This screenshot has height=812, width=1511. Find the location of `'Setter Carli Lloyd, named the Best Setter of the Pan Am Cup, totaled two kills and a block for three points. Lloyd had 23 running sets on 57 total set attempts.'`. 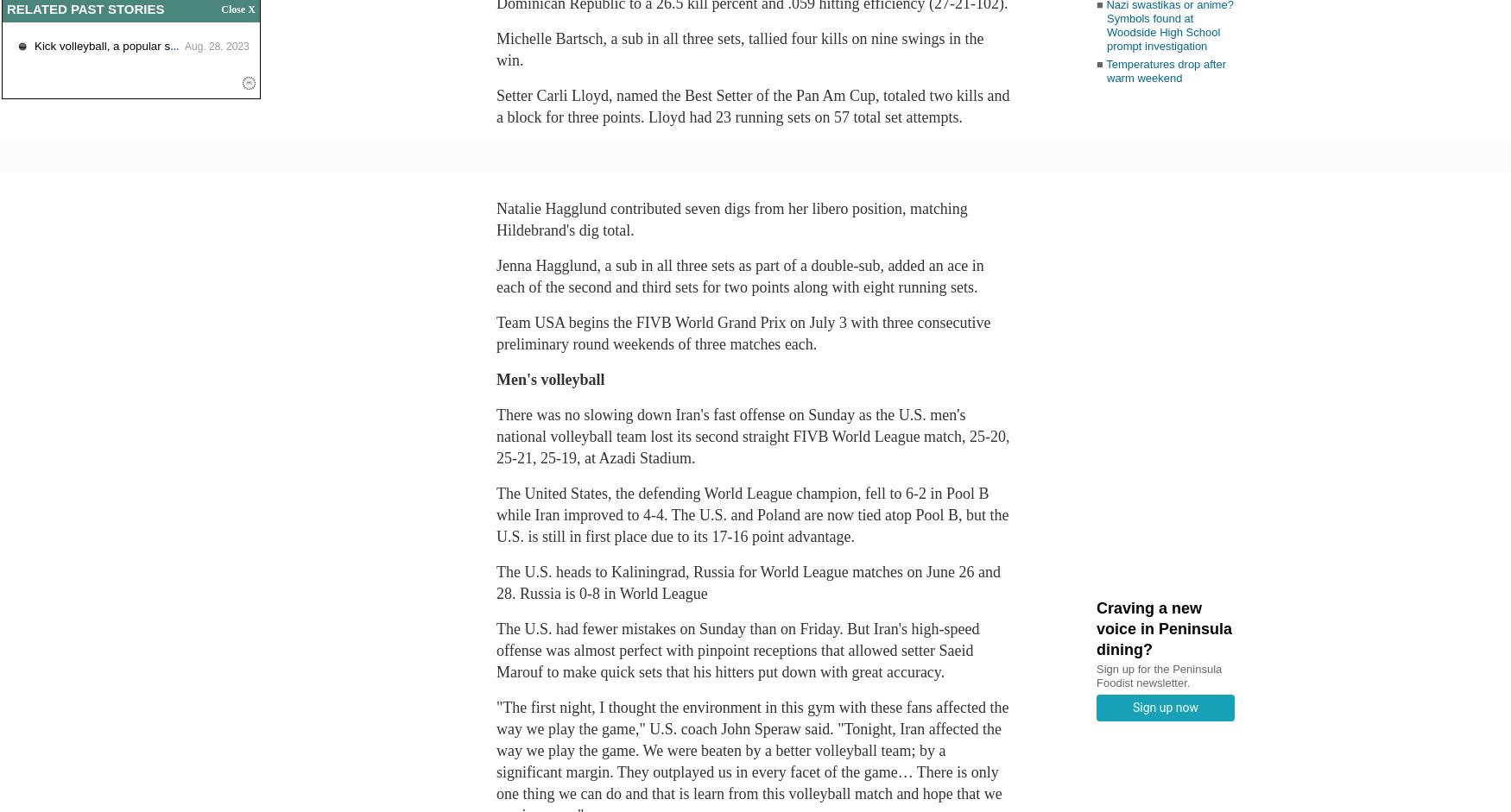

'Setter Carli Lloyd, named the Best Setter of the Pan Am Cup, totaled two kills and a block for three points. Lloyd had 23 running sets on 57 total set attempts.' is located at coordinates (753, 106).